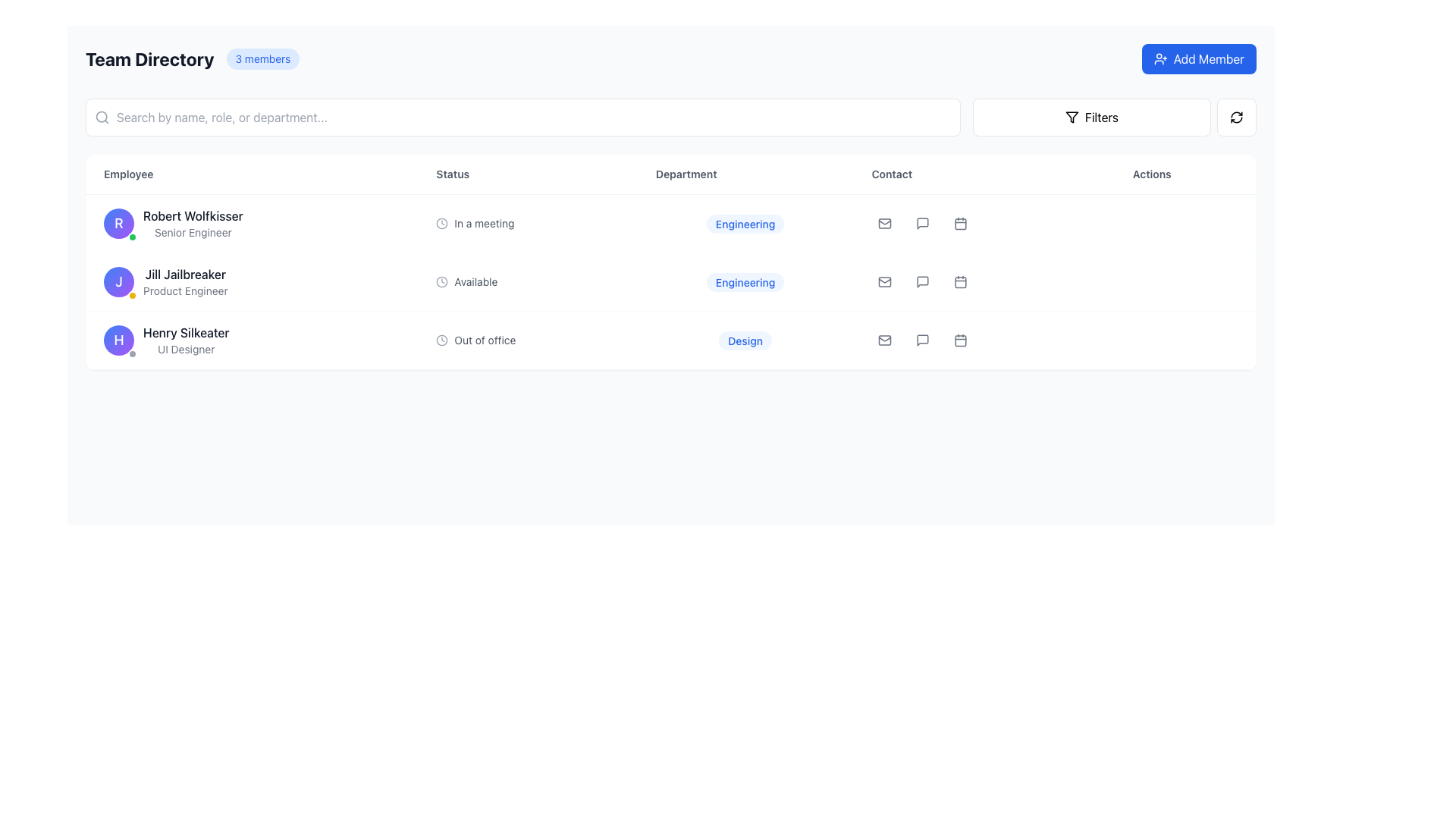  I want to click on the 'Add Member' text label inside the blue button, so click(1208, 58).